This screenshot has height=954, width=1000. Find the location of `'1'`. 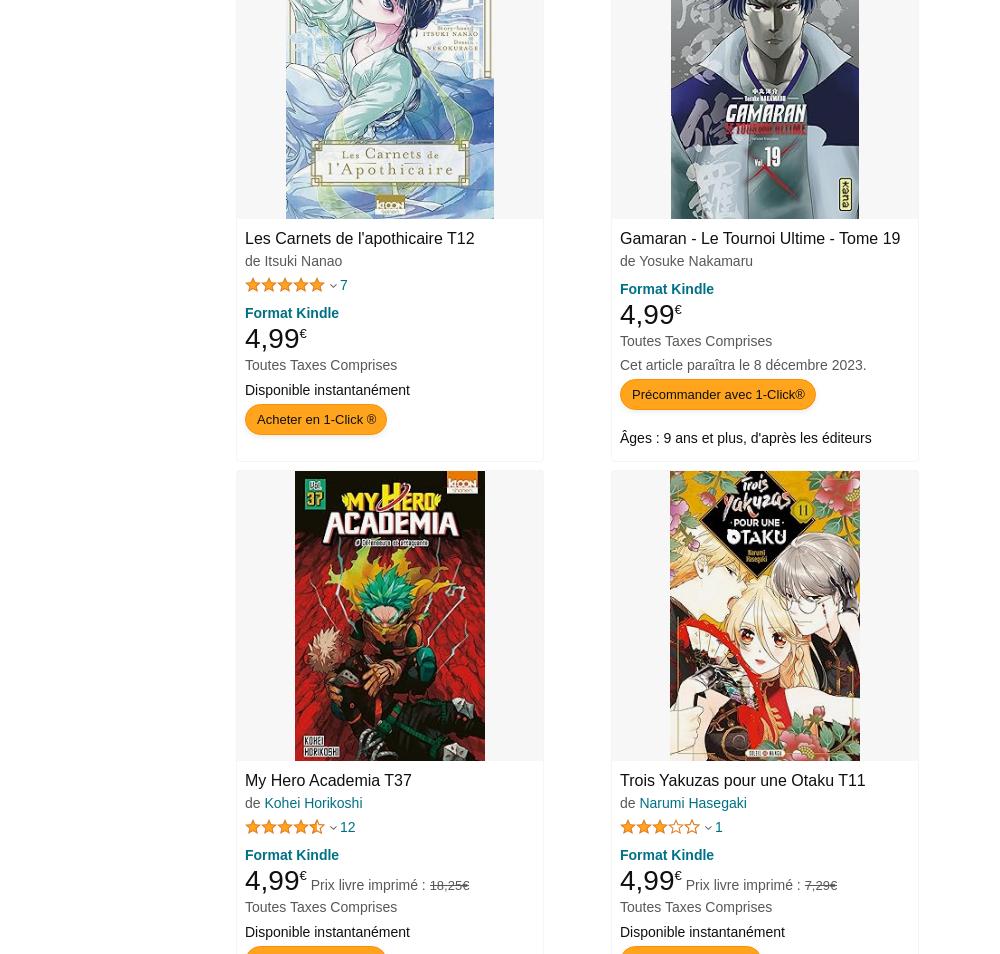

'1' is located at coordinates (717, 825).